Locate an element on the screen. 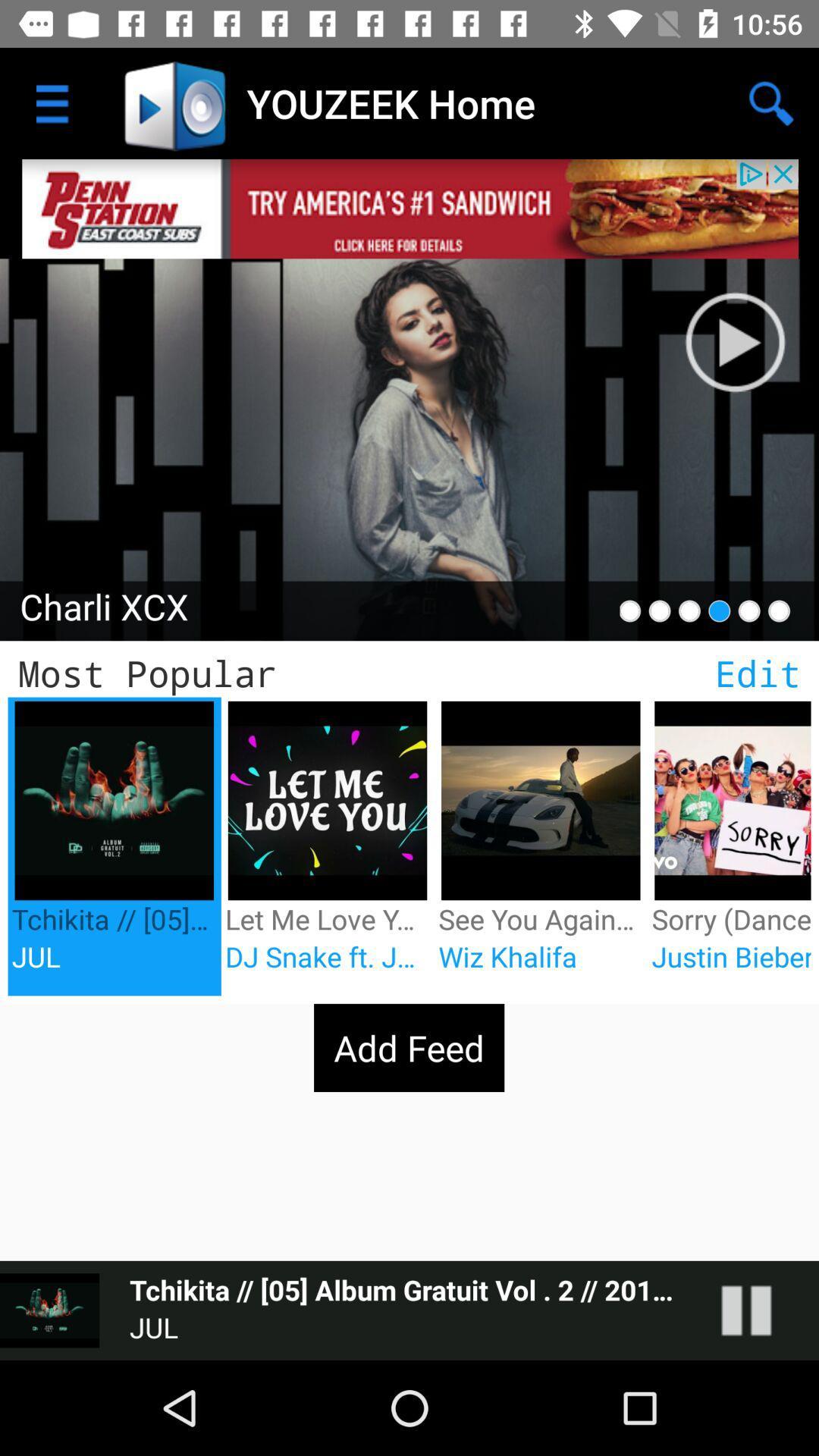  the play icon is located at coordinates (734, 341).